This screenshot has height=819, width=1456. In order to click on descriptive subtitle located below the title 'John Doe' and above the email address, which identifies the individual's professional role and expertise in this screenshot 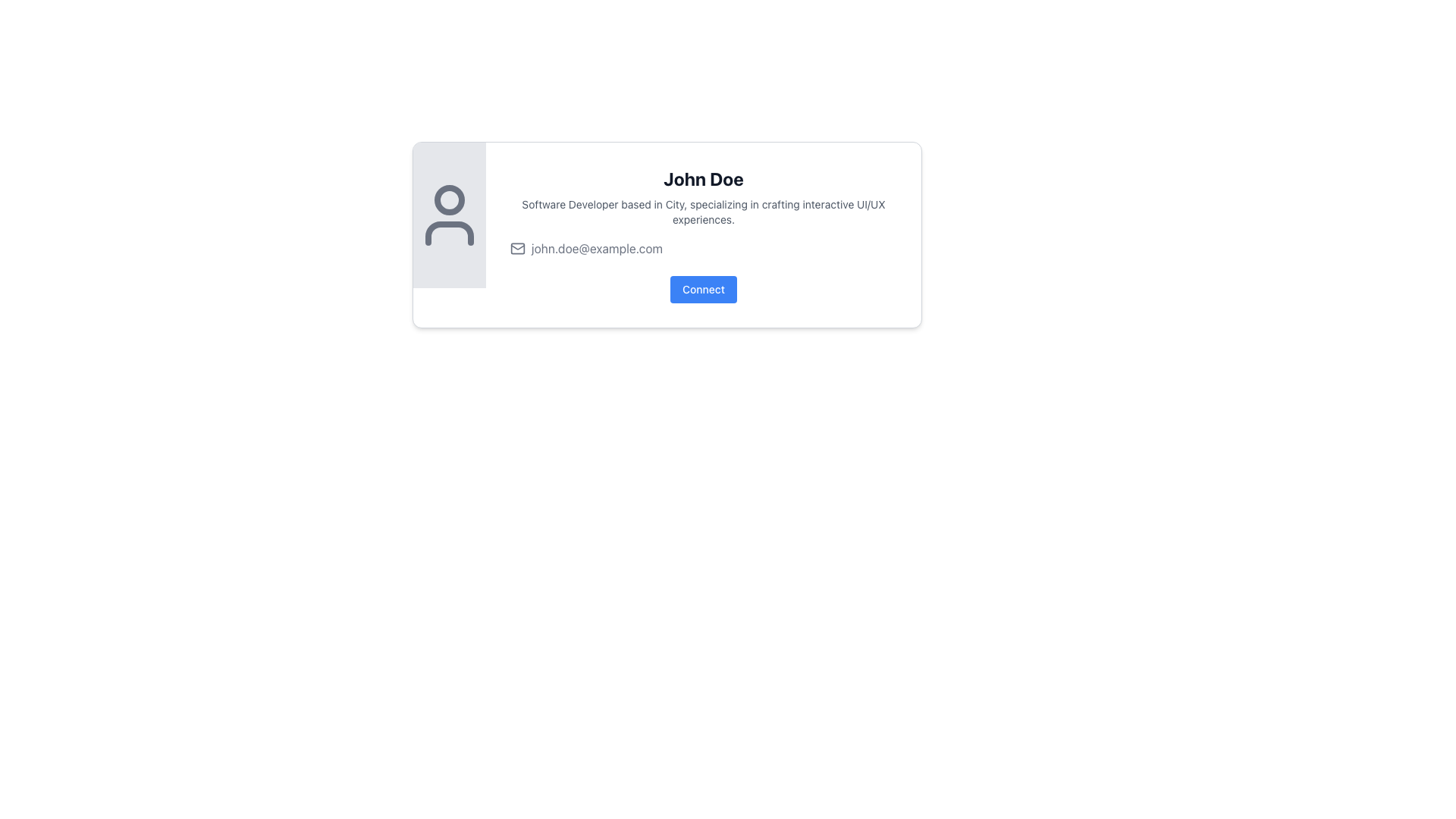, I will do `click(702, 212)`.